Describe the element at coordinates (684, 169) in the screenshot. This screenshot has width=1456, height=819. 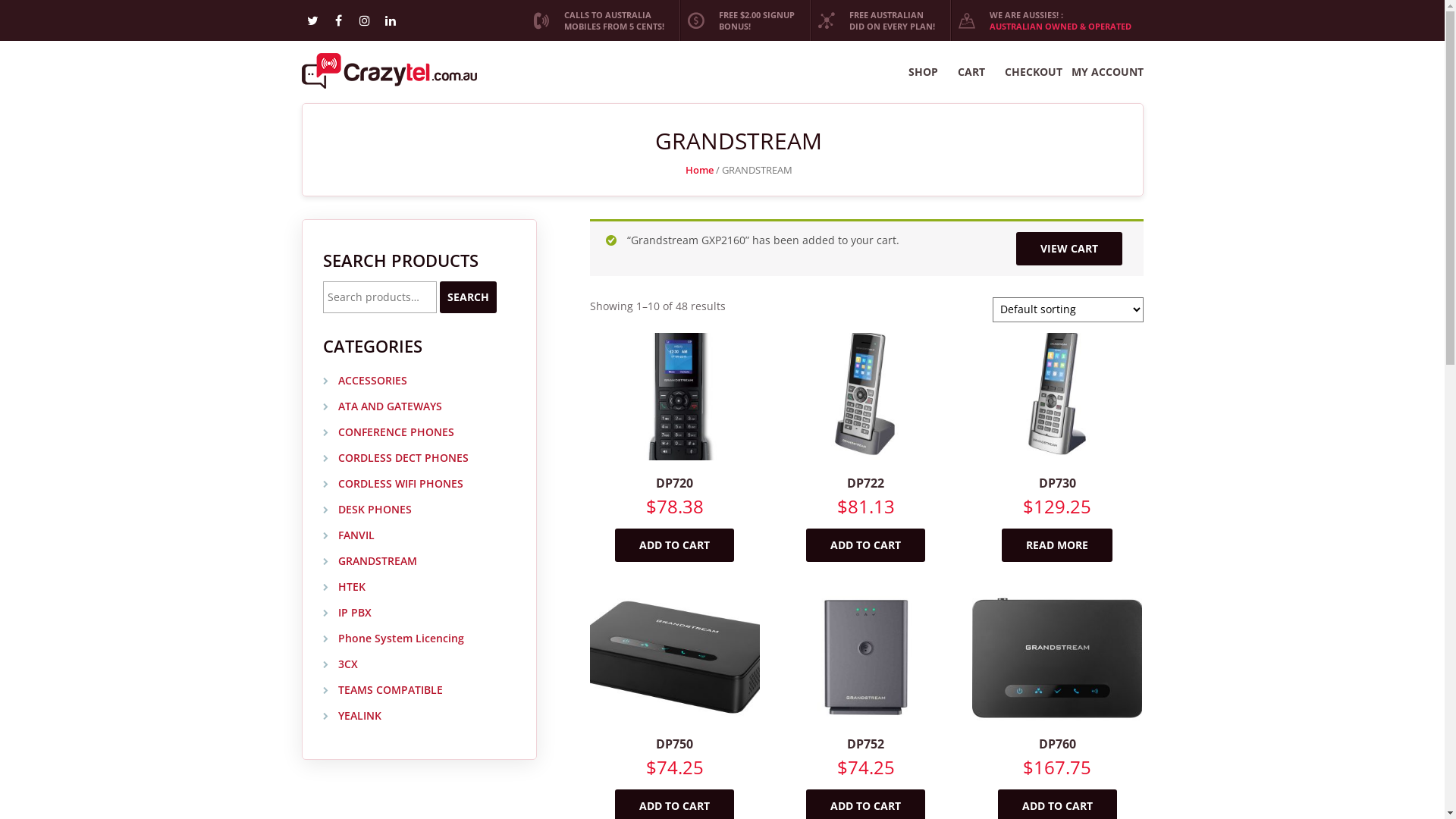
I see `'Home'` at that location.